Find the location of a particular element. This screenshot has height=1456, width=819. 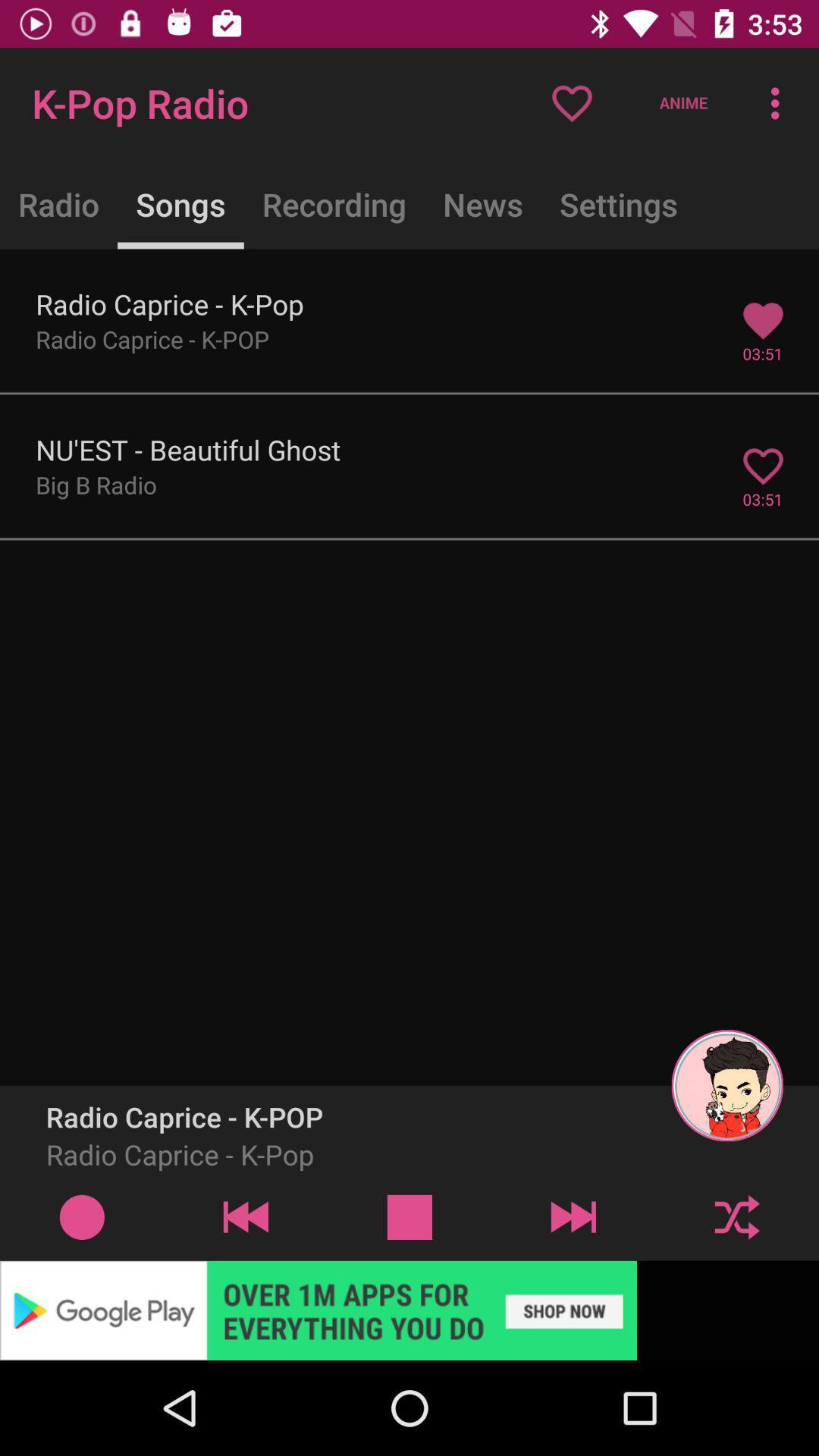

three vertical dots at top right corner is located at coordinates (779, 103).